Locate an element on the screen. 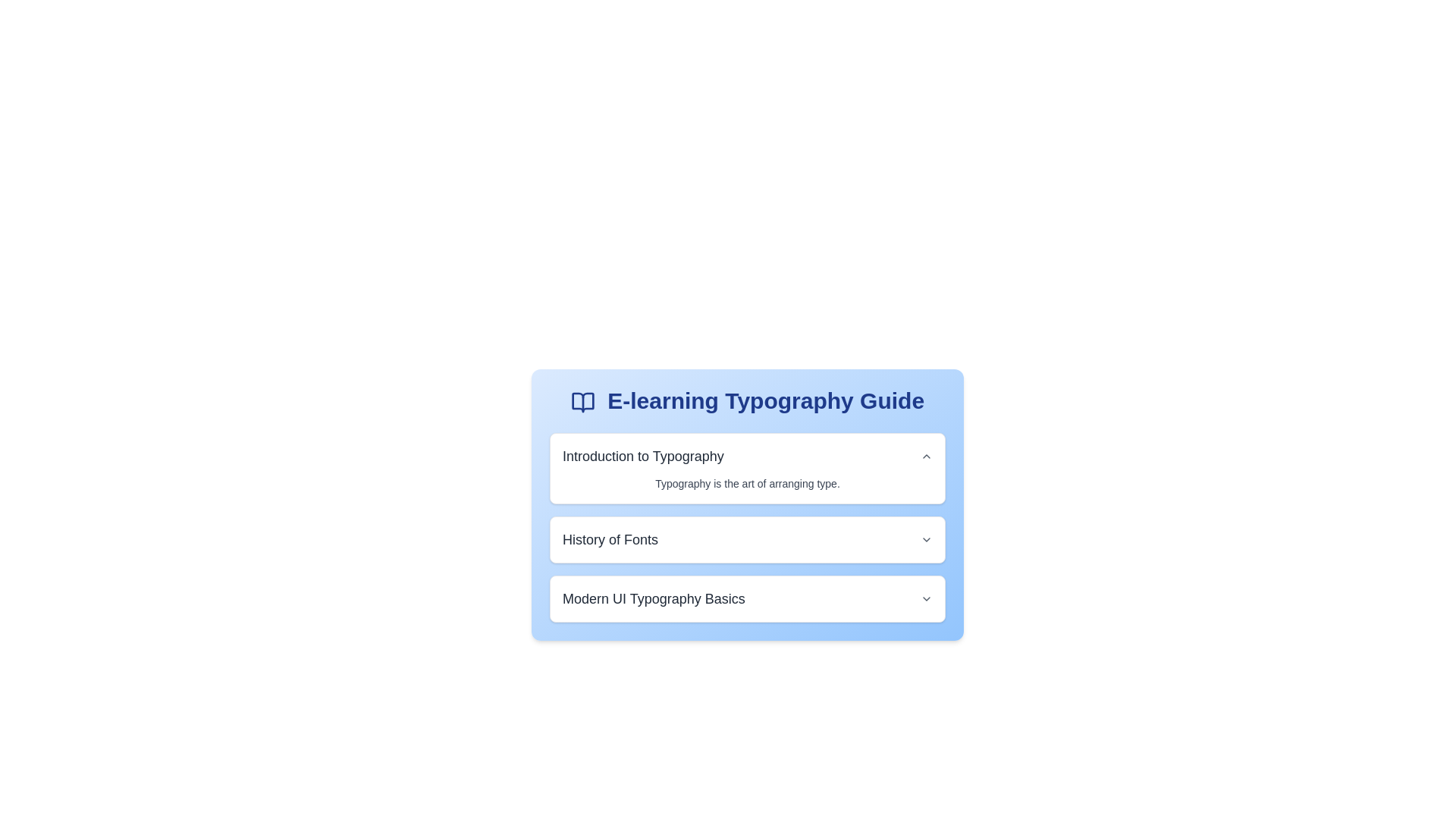  the open book icon located to the left of the heading 'E-learning Typography Guide' is located at coordinates (582, 402).